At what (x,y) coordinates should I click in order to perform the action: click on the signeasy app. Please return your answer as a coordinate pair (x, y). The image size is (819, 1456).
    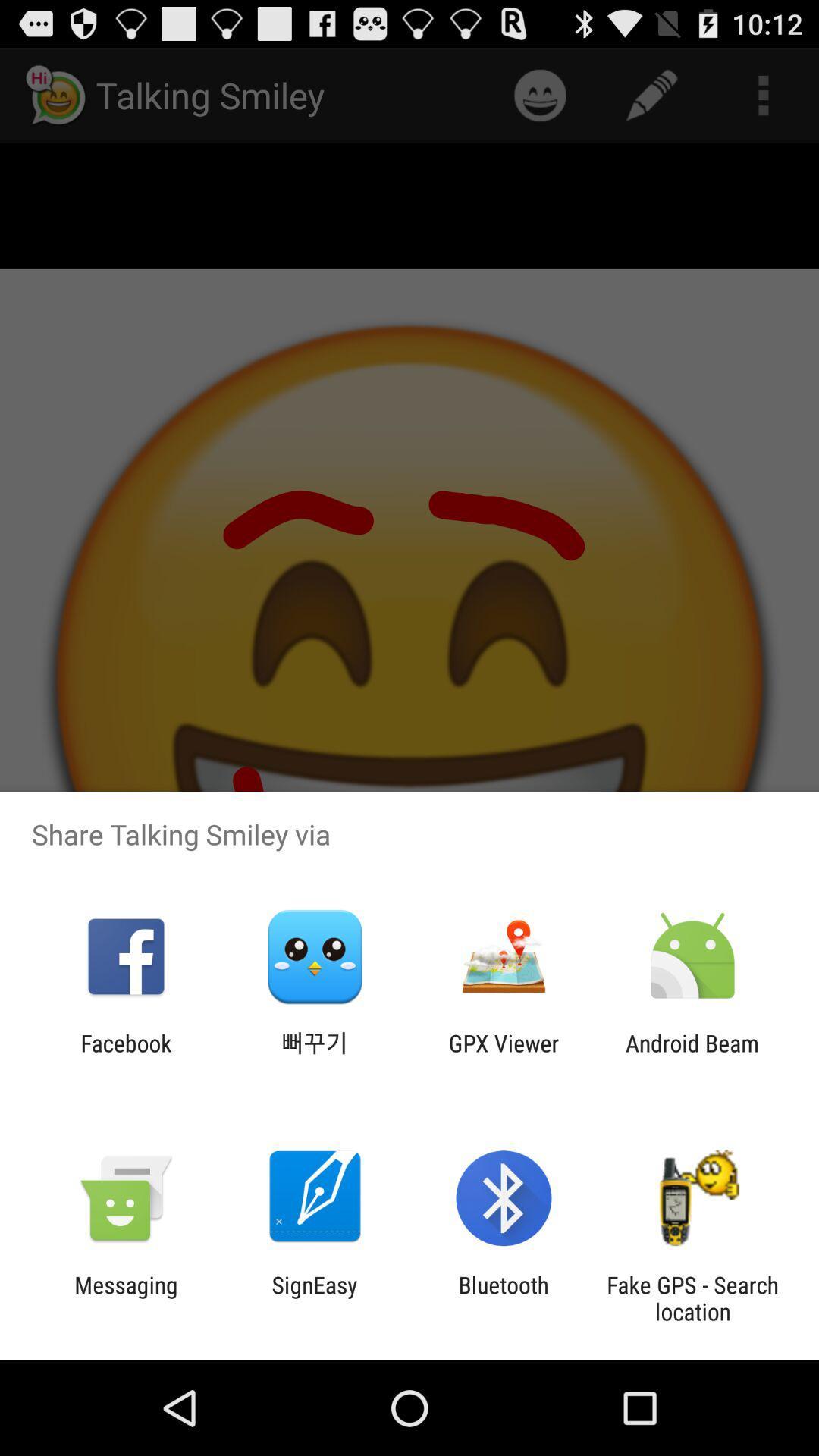
    Looking at the image, I should click on (314, 1298).